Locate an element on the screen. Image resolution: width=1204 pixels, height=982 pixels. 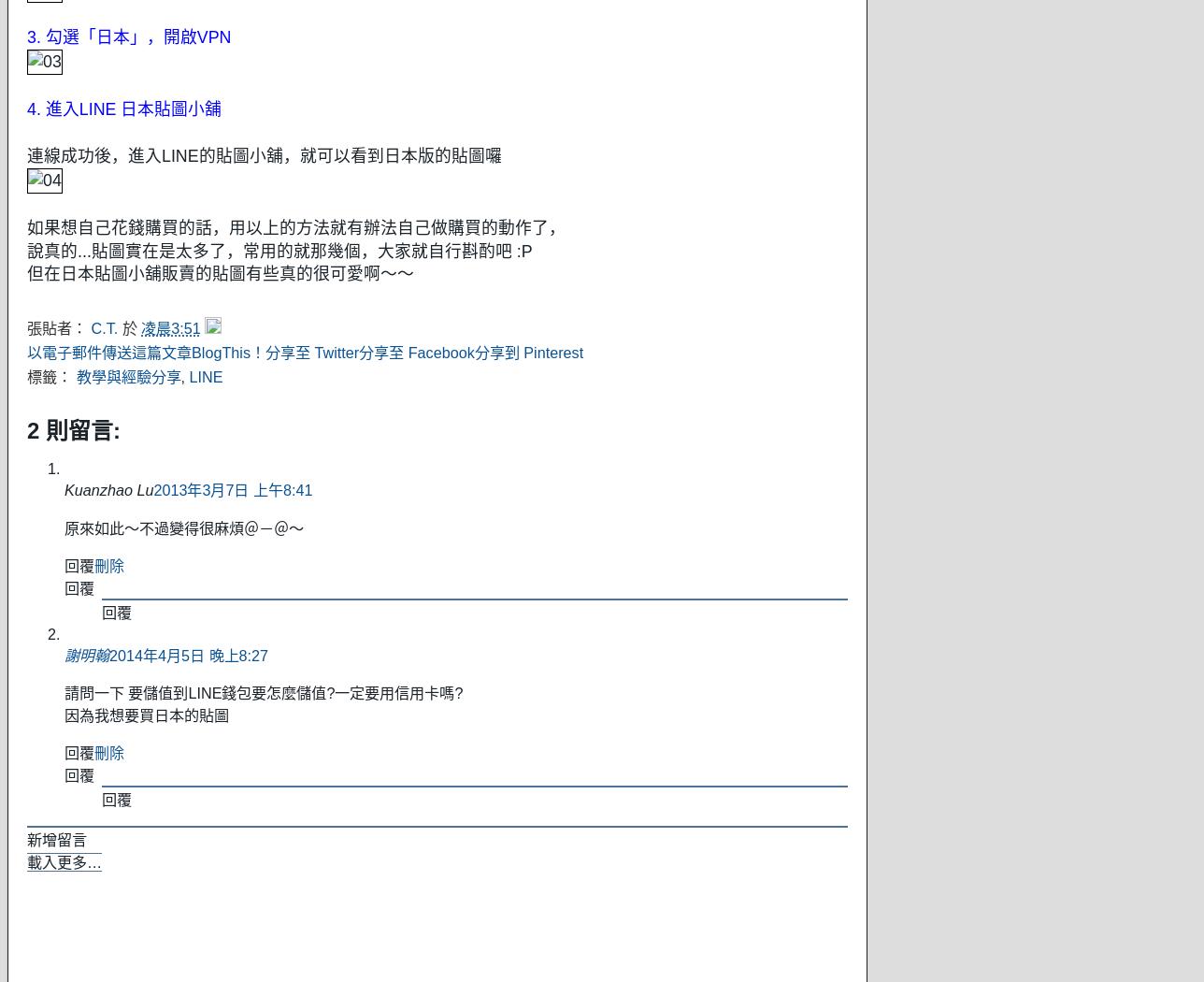
'3. 勾選「日本」，開啟VPN' is located at coordinates (128, 36).